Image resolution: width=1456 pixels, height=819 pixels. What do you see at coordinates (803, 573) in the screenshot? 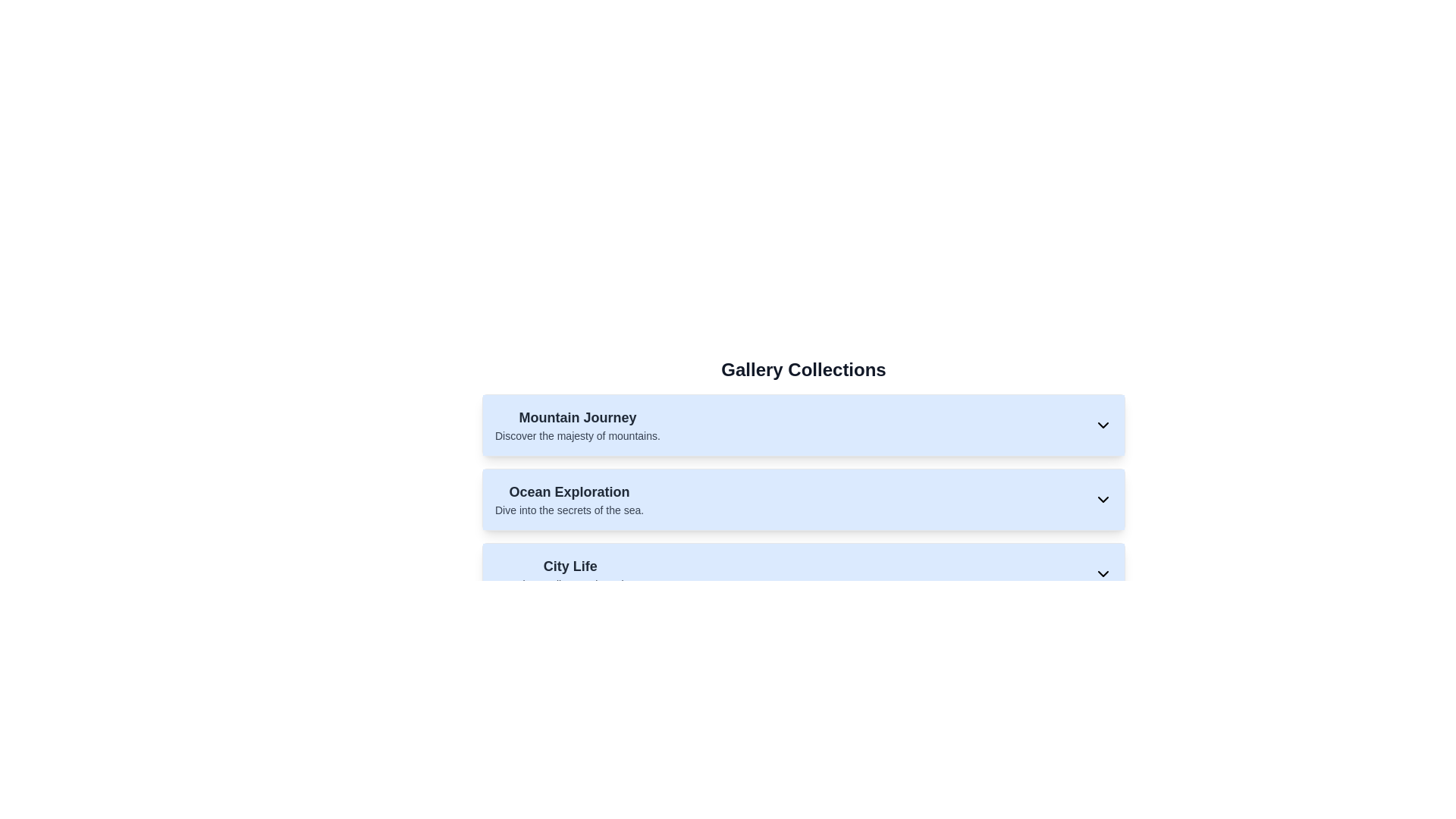
I see `the interactive list item representing 'City Life' in the 'Gallery Collections'` at bounding box center [803, 573].